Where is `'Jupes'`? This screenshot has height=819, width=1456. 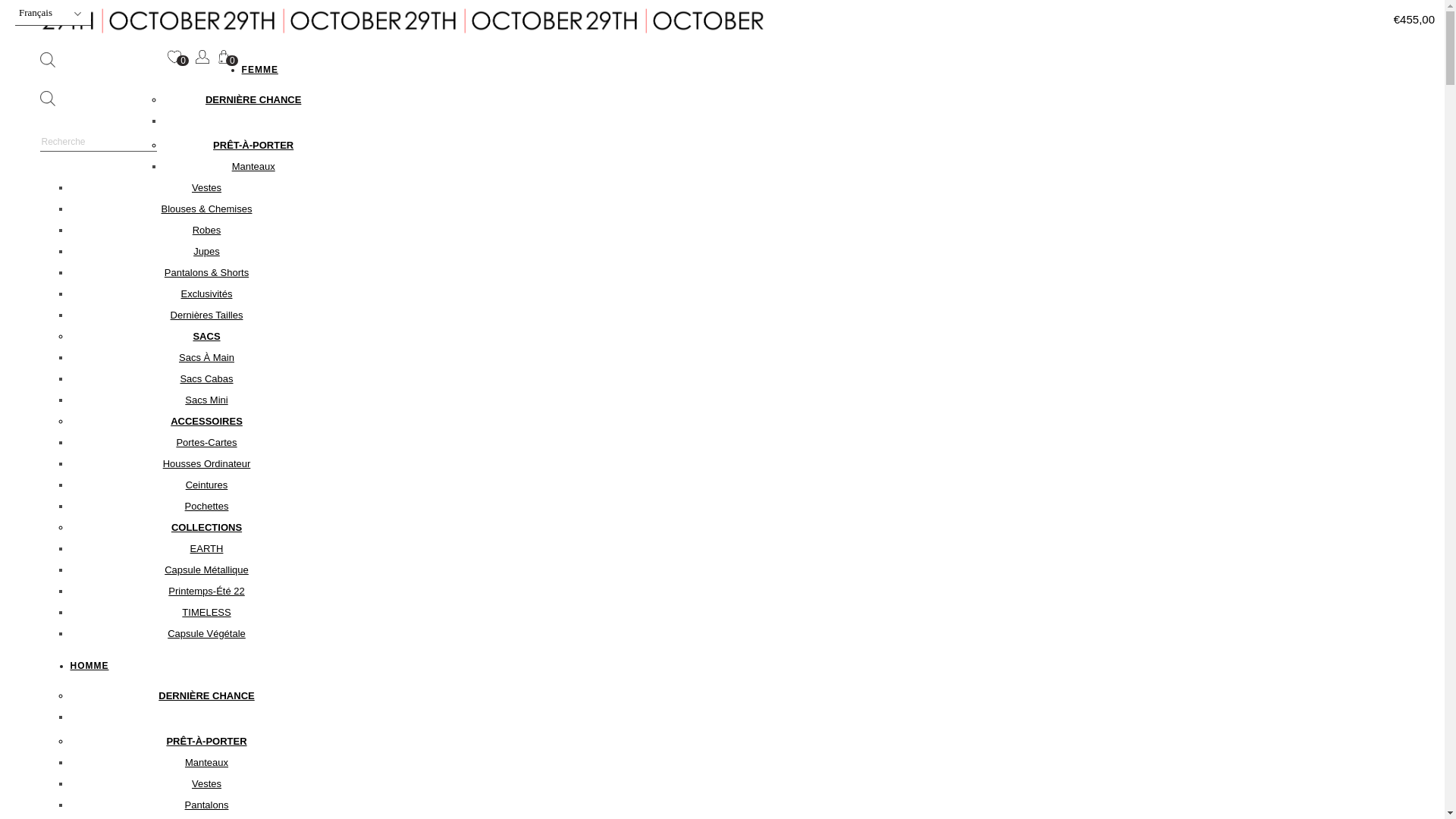
'Jupes' is located at coordinates (206, 250).